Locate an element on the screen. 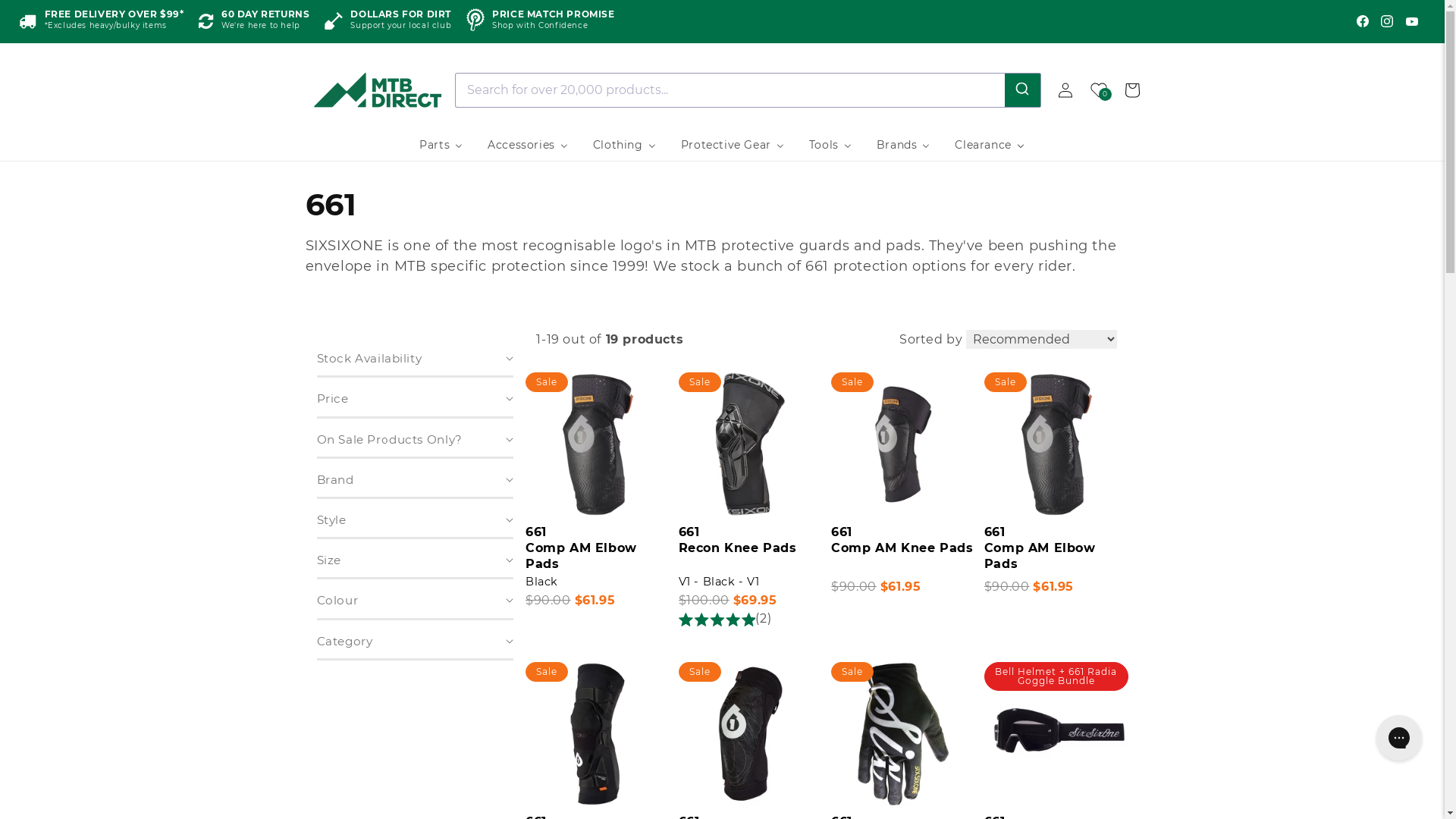 The width and height of the screenshot is (1456, 819). '661 is located at coordinates (1055, 548).